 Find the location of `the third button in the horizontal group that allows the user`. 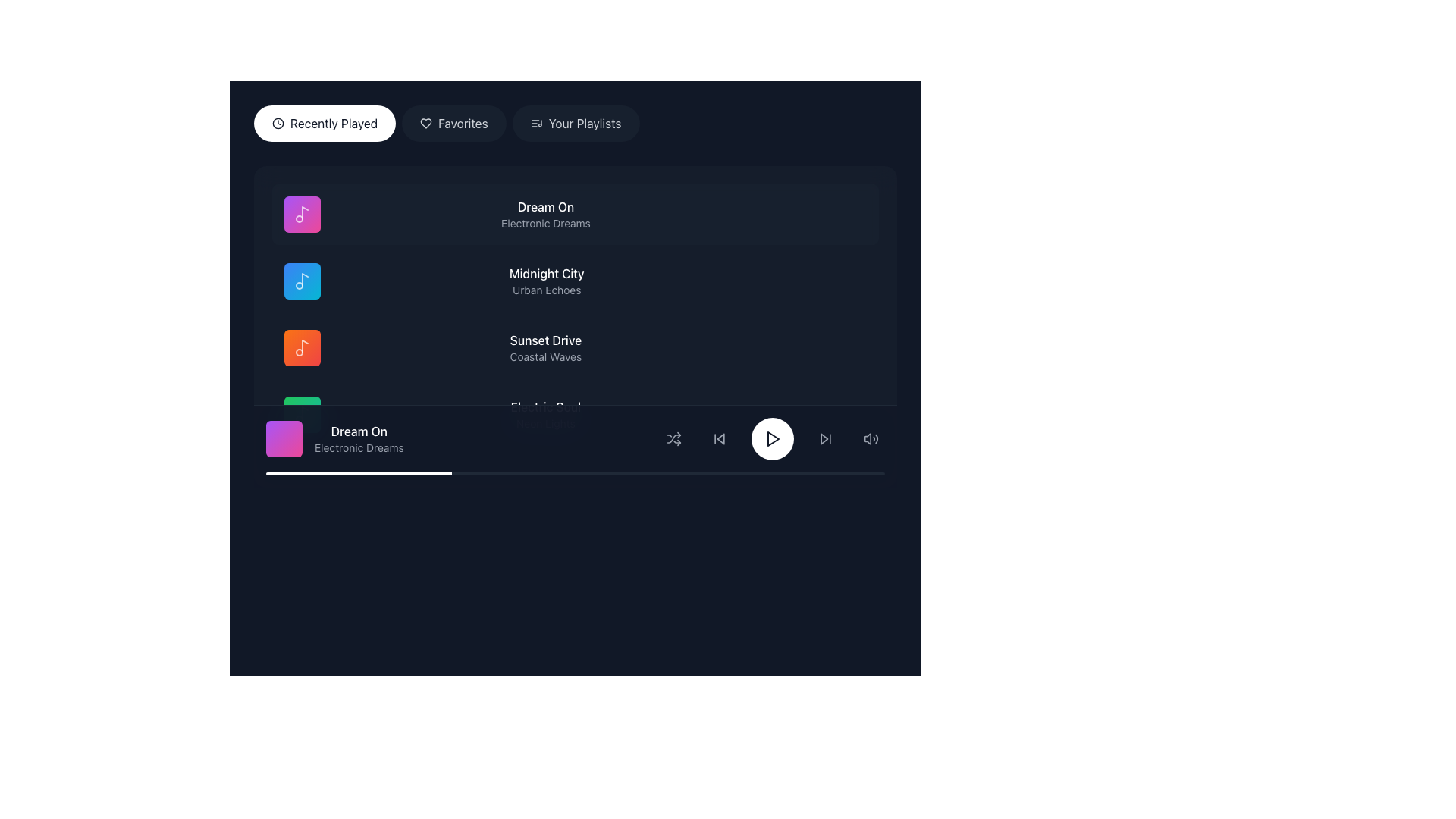

the third button in the horizontal group that allows the user is located at coordinates (575, 122).